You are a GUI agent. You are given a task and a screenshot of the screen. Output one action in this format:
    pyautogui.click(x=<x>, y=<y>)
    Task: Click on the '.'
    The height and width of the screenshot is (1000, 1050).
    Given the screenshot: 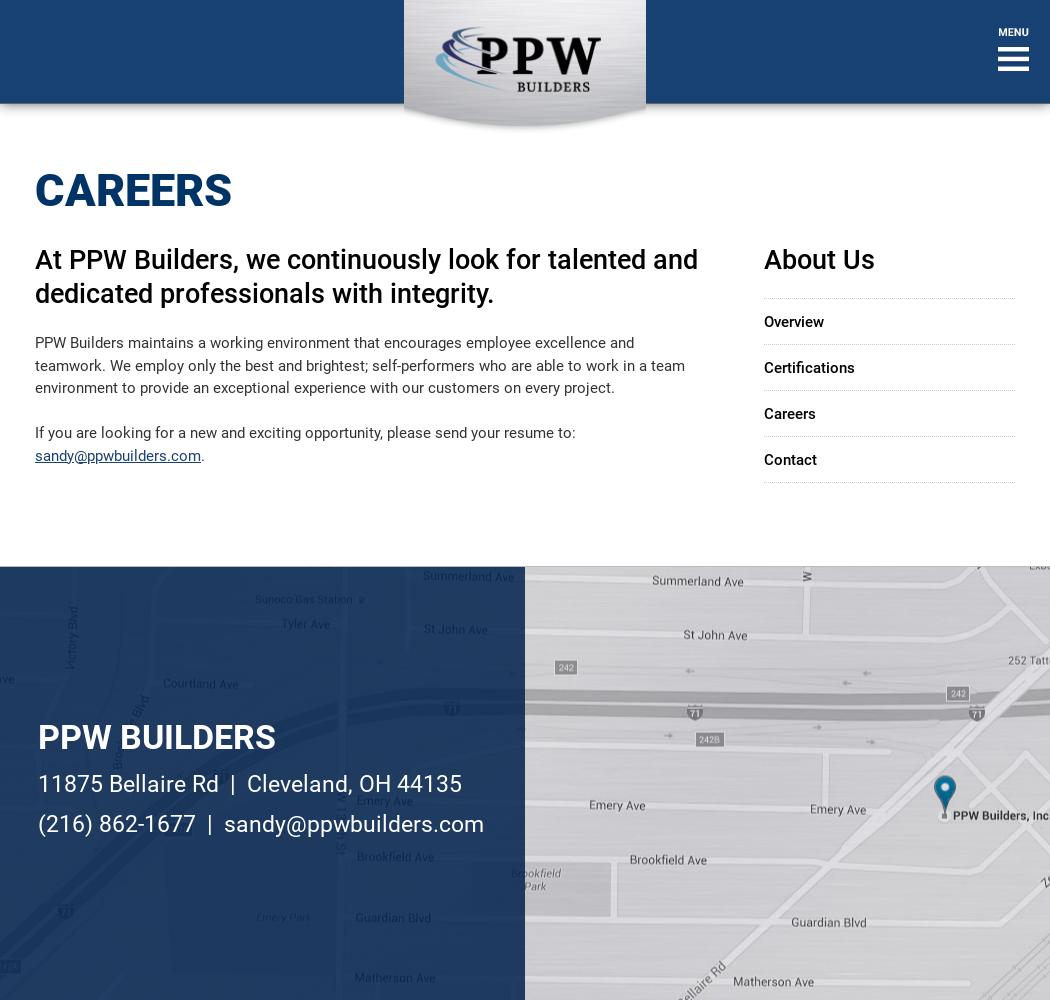 What is the action you would take?
    pyautogui.click(x=201, y=454)
    